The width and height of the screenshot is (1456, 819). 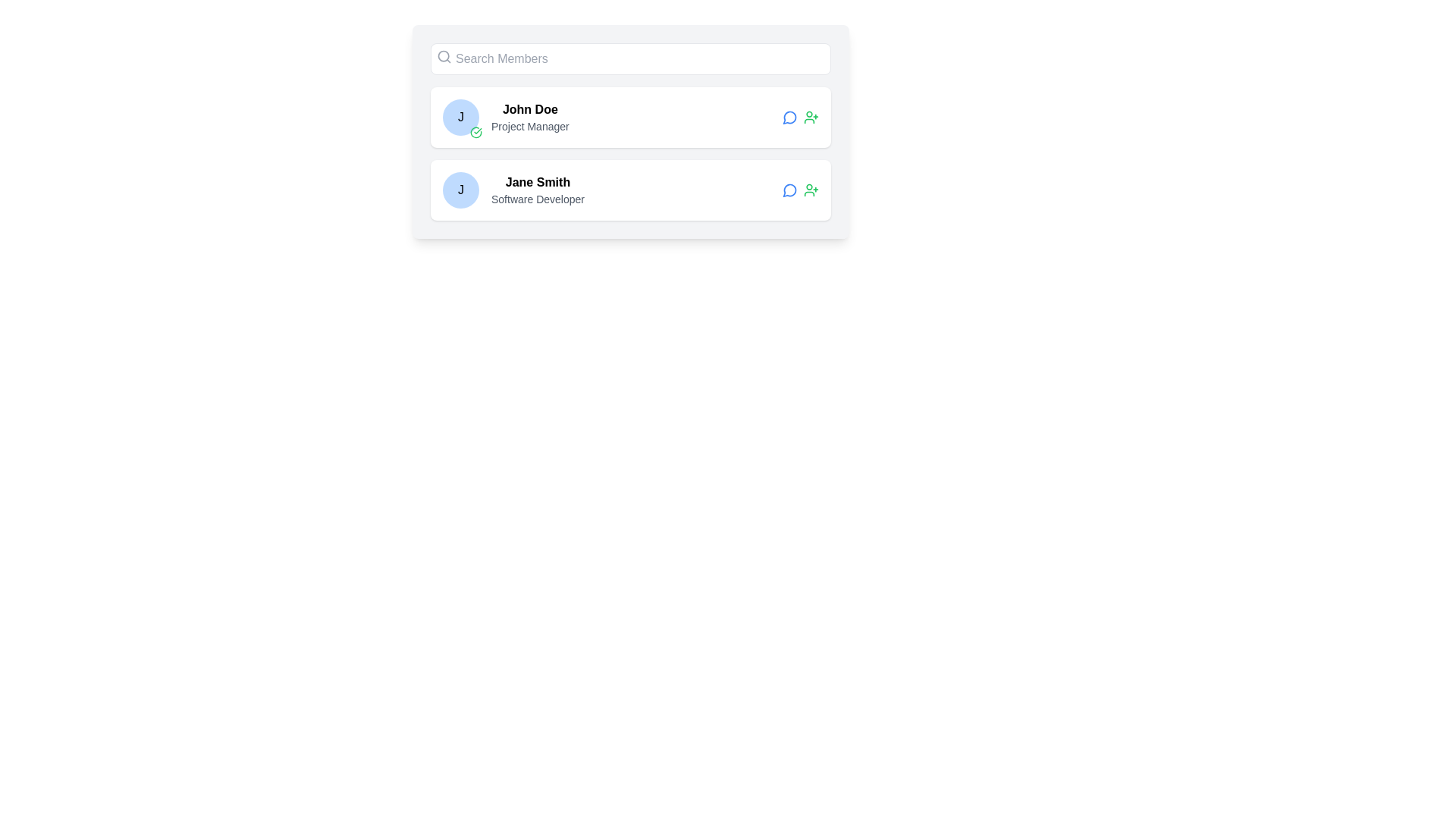 What do you see at coordinates (513, 189) in the screenshot?
I see `the List item containing user information for 'Jane Smith', which includes a circular avatar with 'J' and the text 'Jane Smith' and 'Software Developer'` at bounding box center [513, 189].